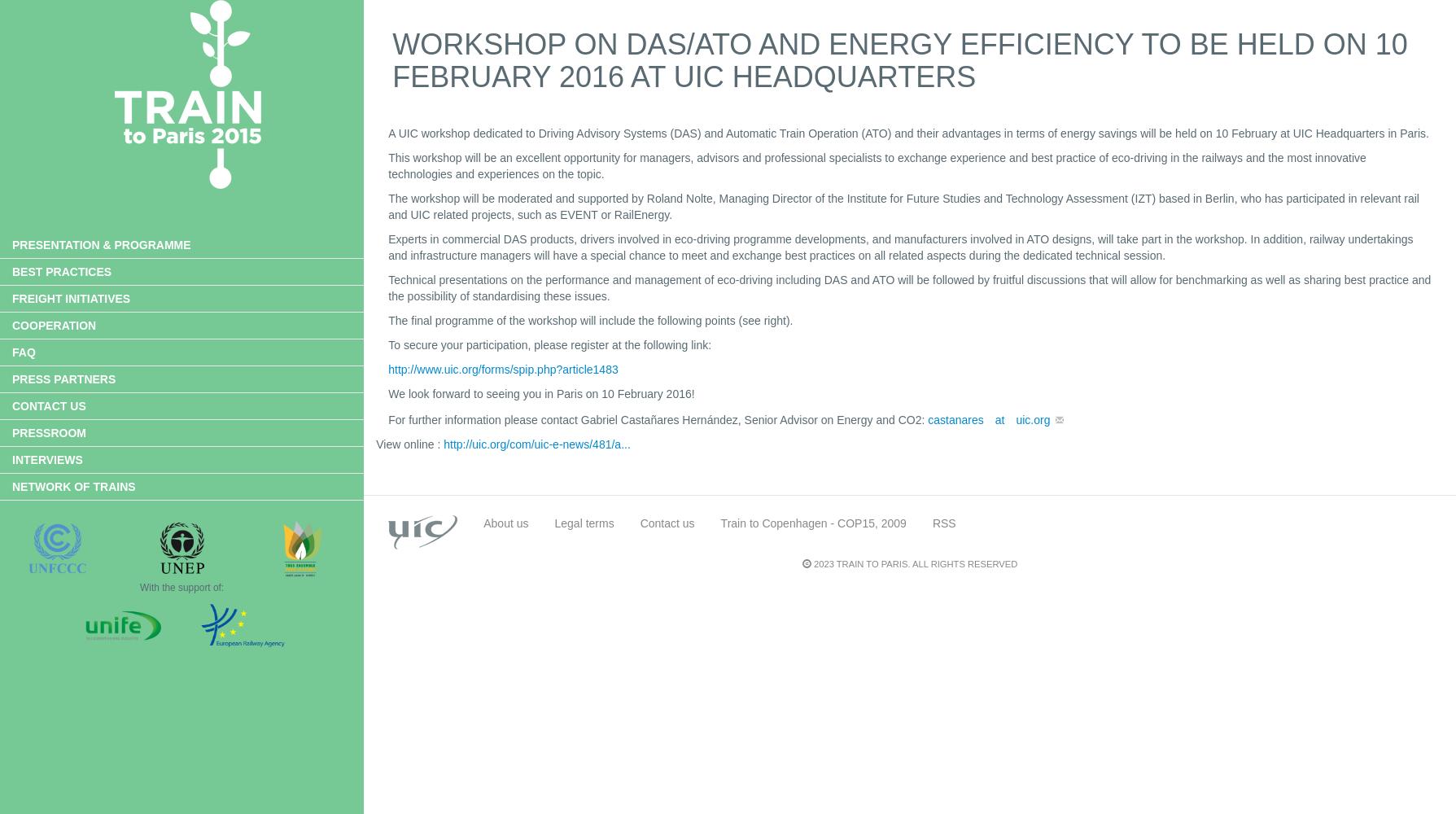 This screenshot has width=1456, height=814. Describe the element at coordinates (999, 418) in the screenshot. I see `'at'` at that location.